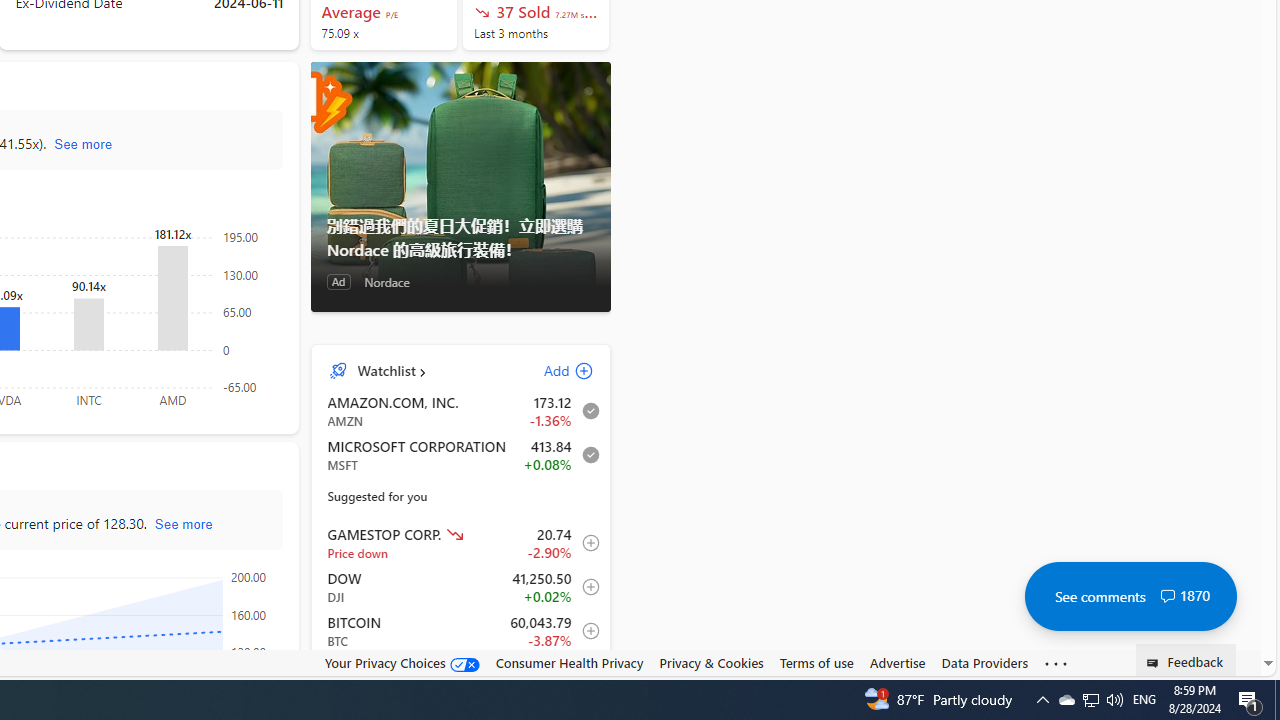  I want to click on 'Your Privacy Choices', so click(400, 663).